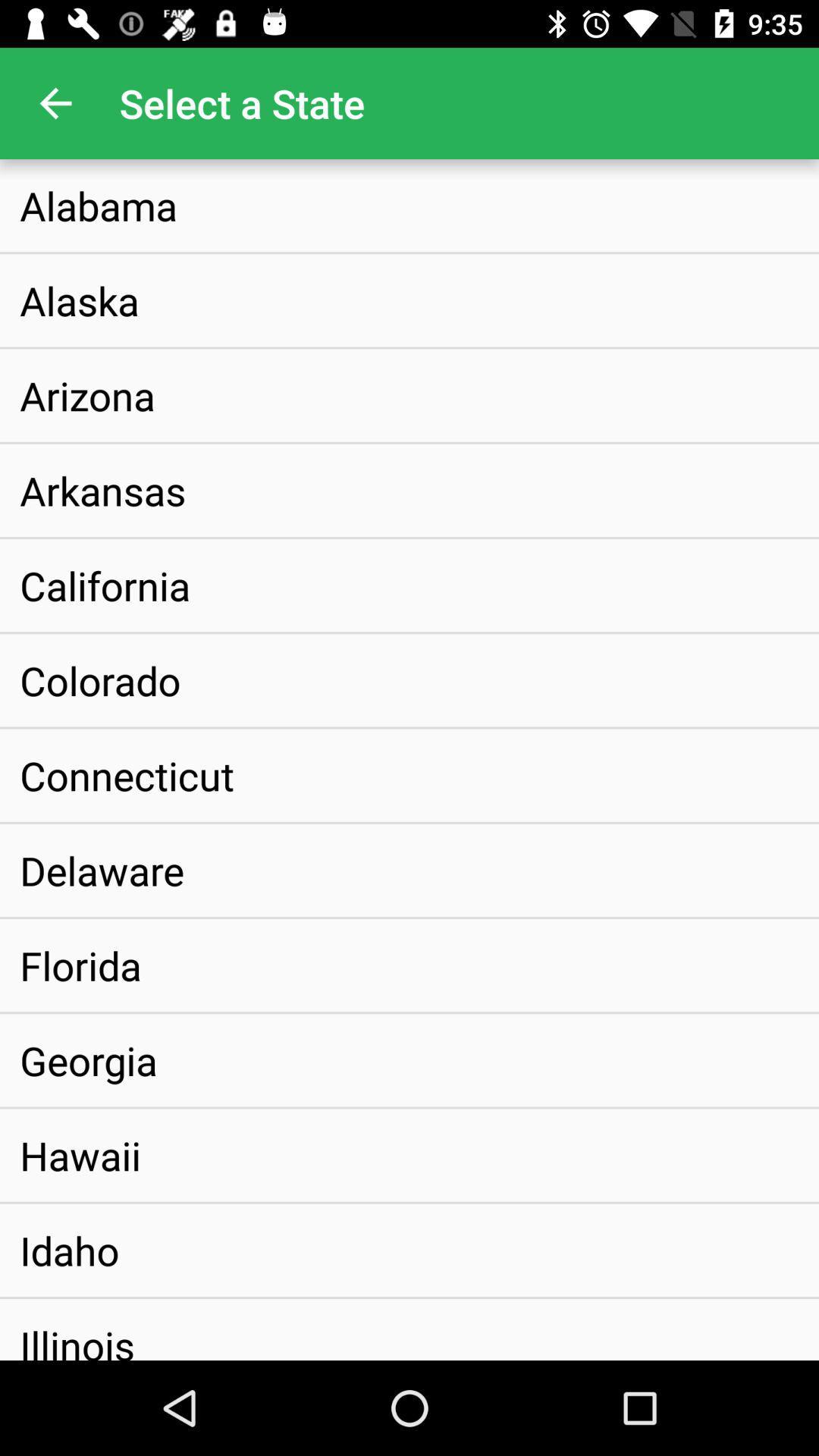 The image size is (819, 1456). I want to click on the icon above california icon, so click(102, 490).